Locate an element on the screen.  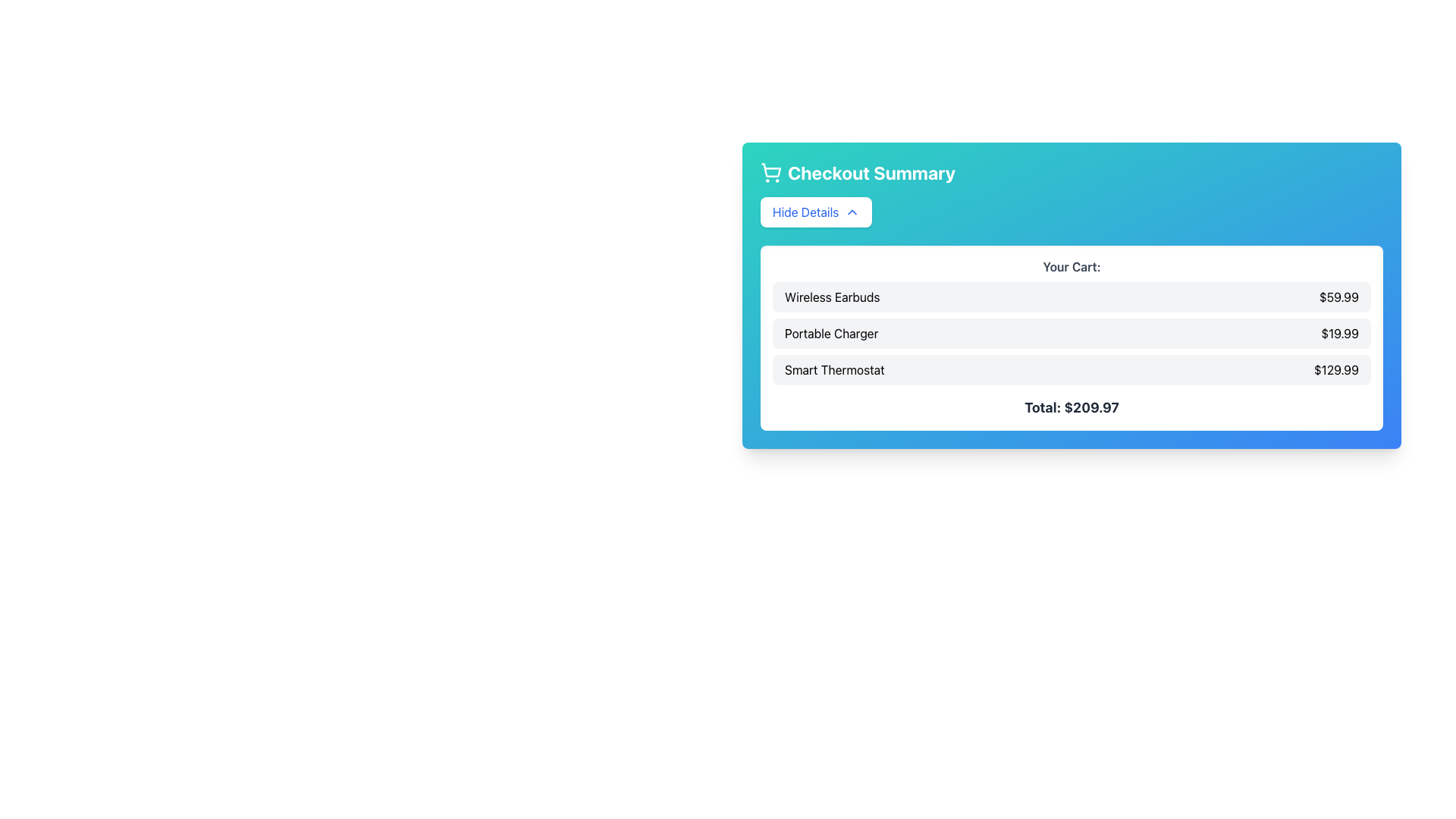
the 'Smart Thermostat' list item is located at coordinates (1071, 370).